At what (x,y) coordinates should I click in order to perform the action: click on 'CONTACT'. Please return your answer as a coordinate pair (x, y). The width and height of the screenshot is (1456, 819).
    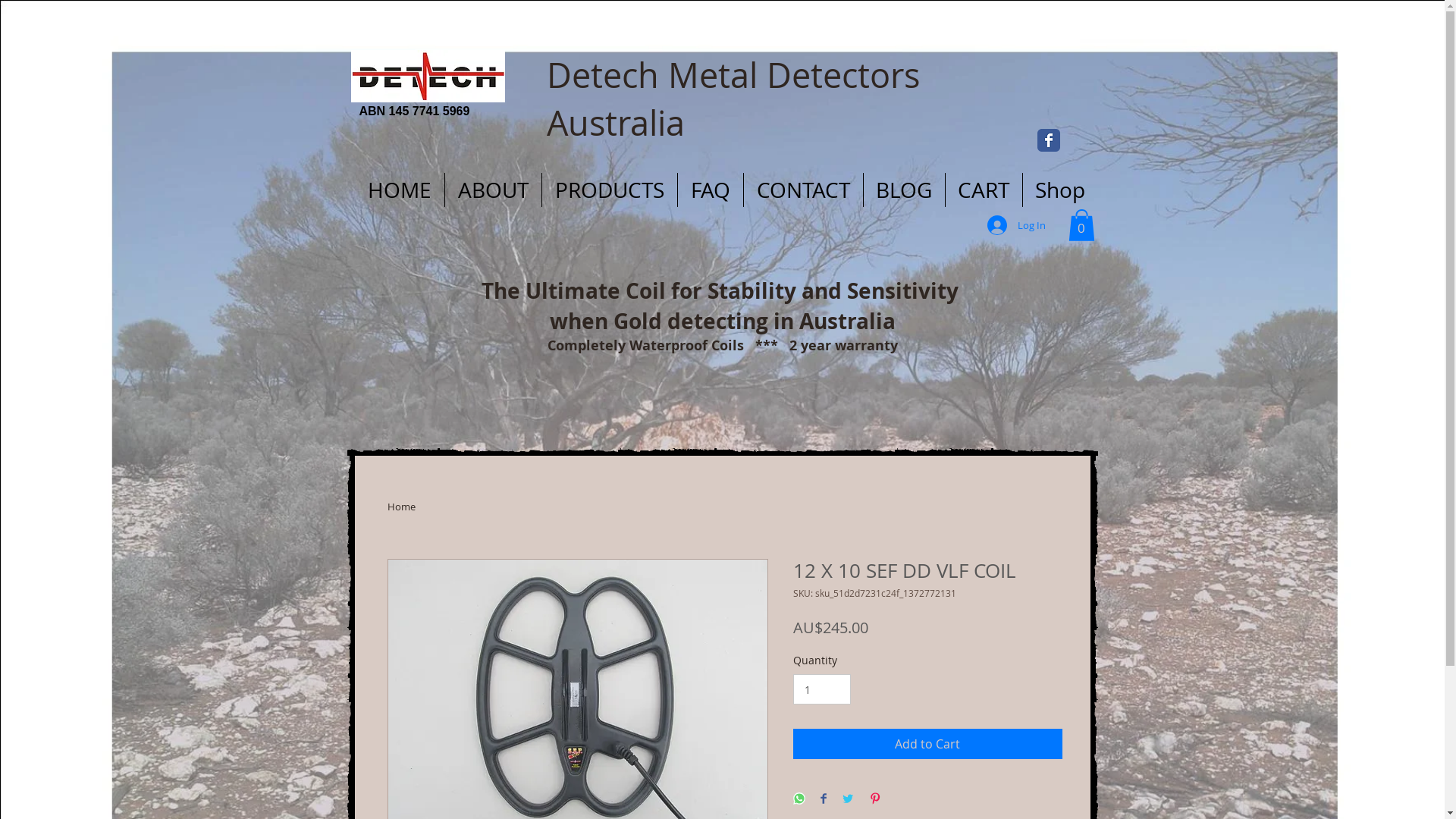
    Looking at the image, I should click on (742, 189).